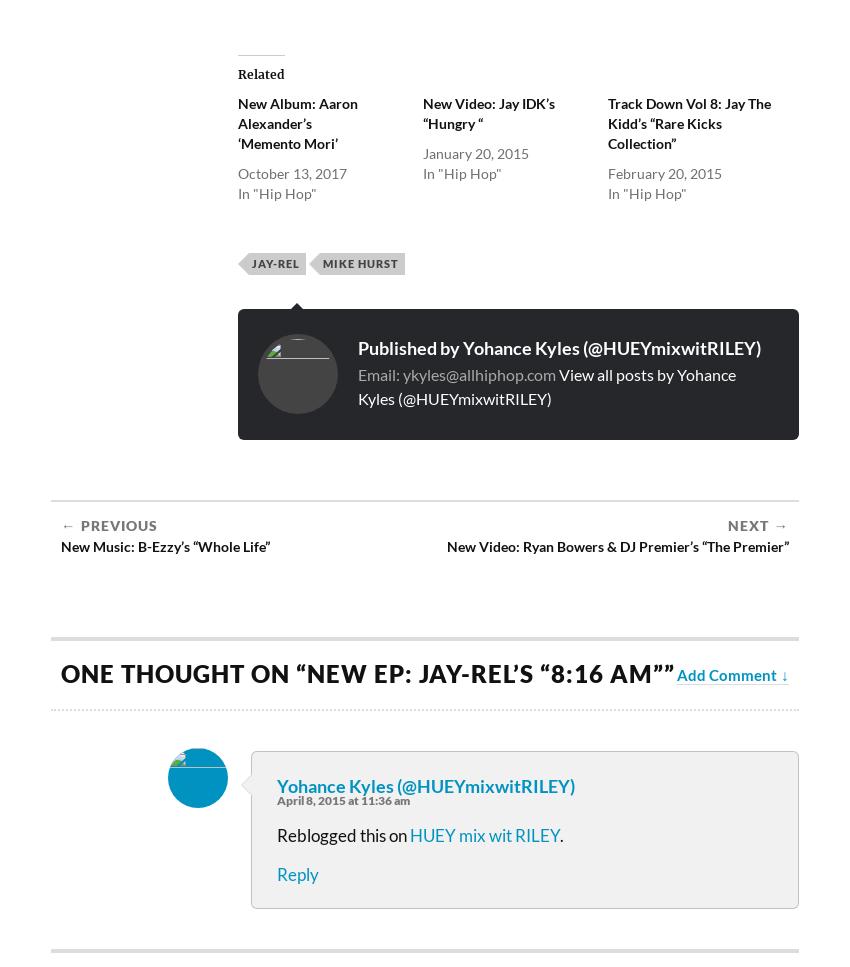 This screenshot has width=850, height=967. I want to click on 'Reply', so click(298, 873).